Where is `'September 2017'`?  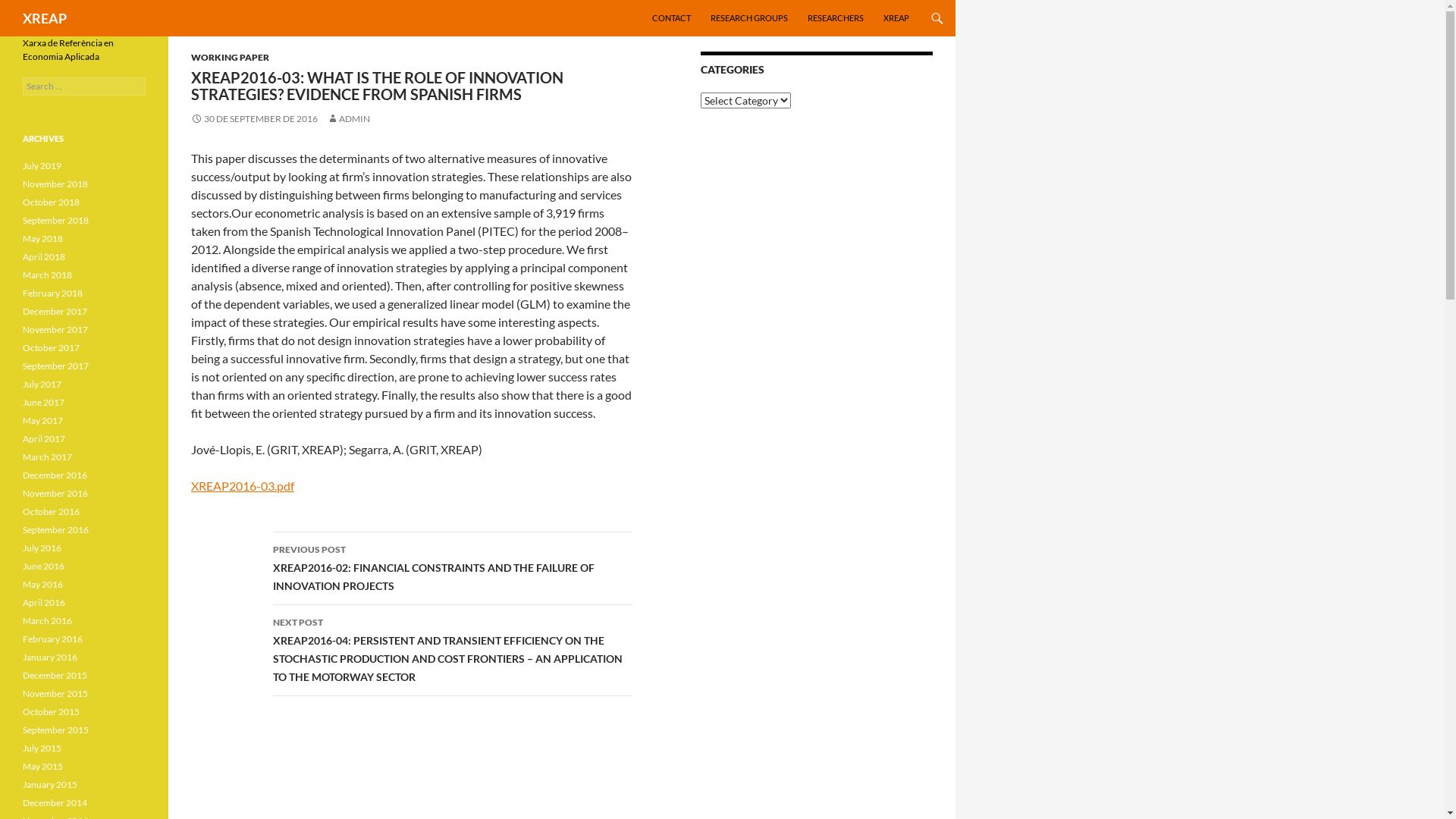
'September 2017' is located at coordinates (55, 366).